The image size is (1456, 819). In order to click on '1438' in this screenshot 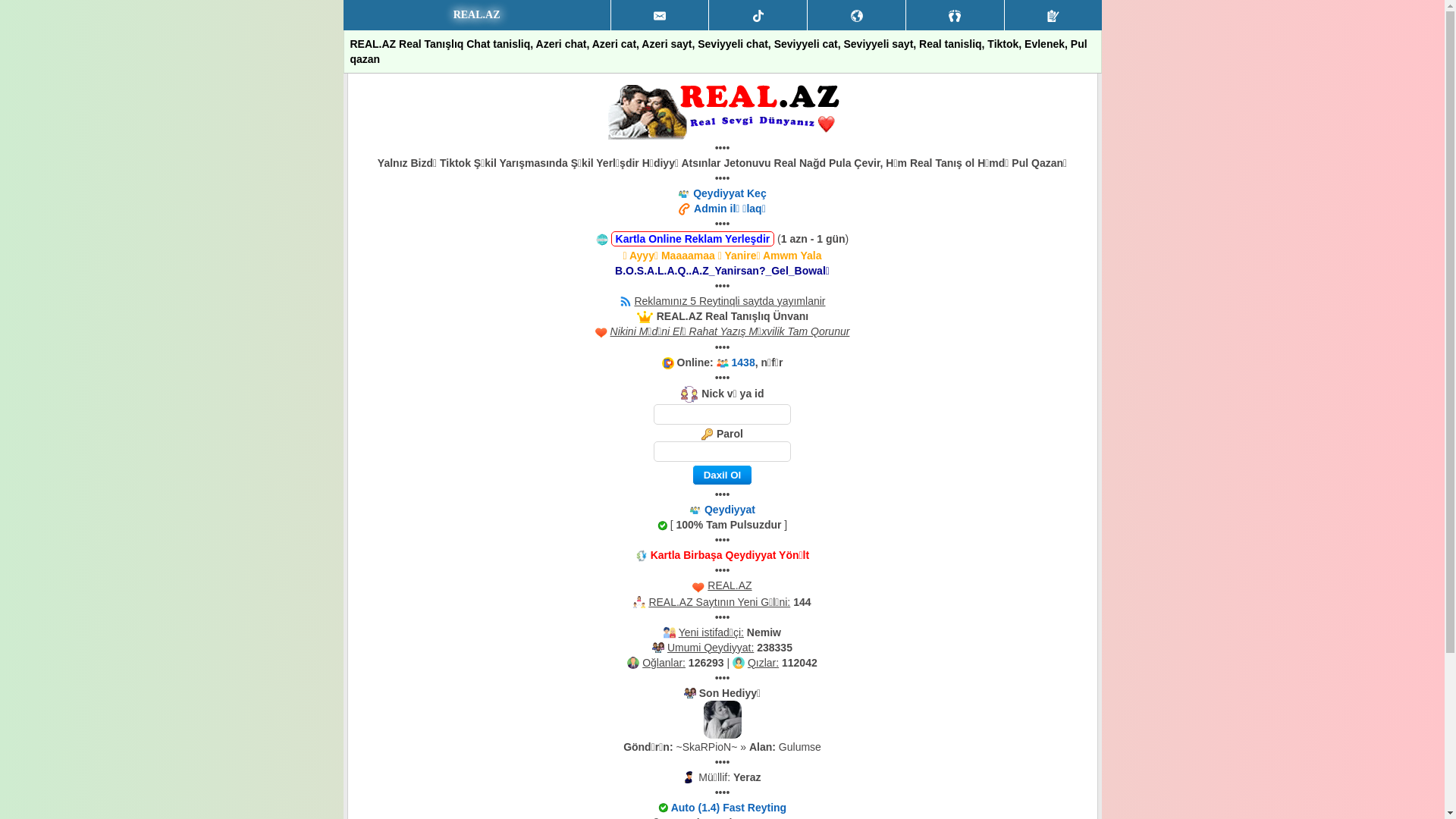, I will do `click(743, 362)`.